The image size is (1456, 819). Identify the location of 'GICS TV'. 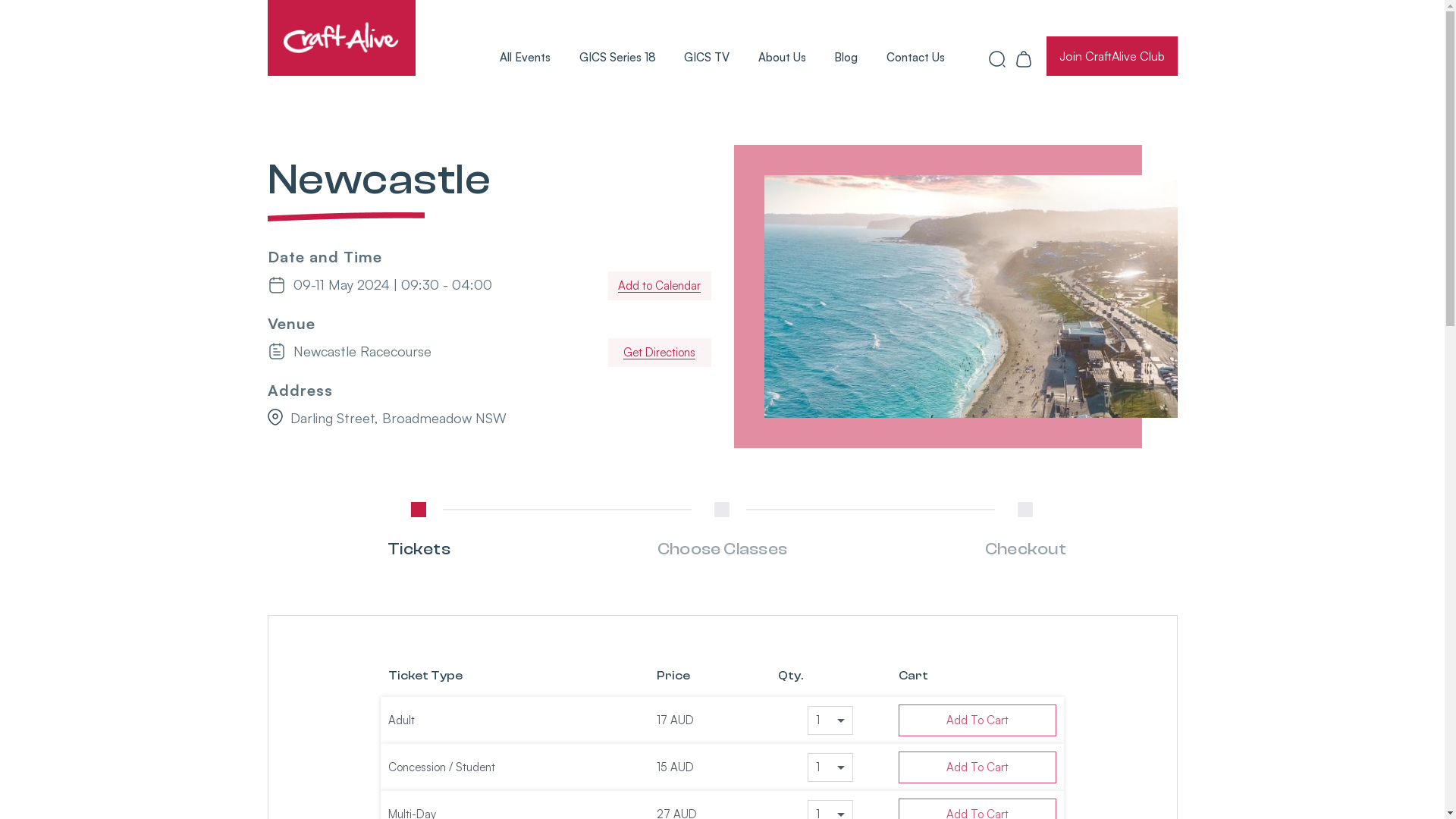
(705, 57).